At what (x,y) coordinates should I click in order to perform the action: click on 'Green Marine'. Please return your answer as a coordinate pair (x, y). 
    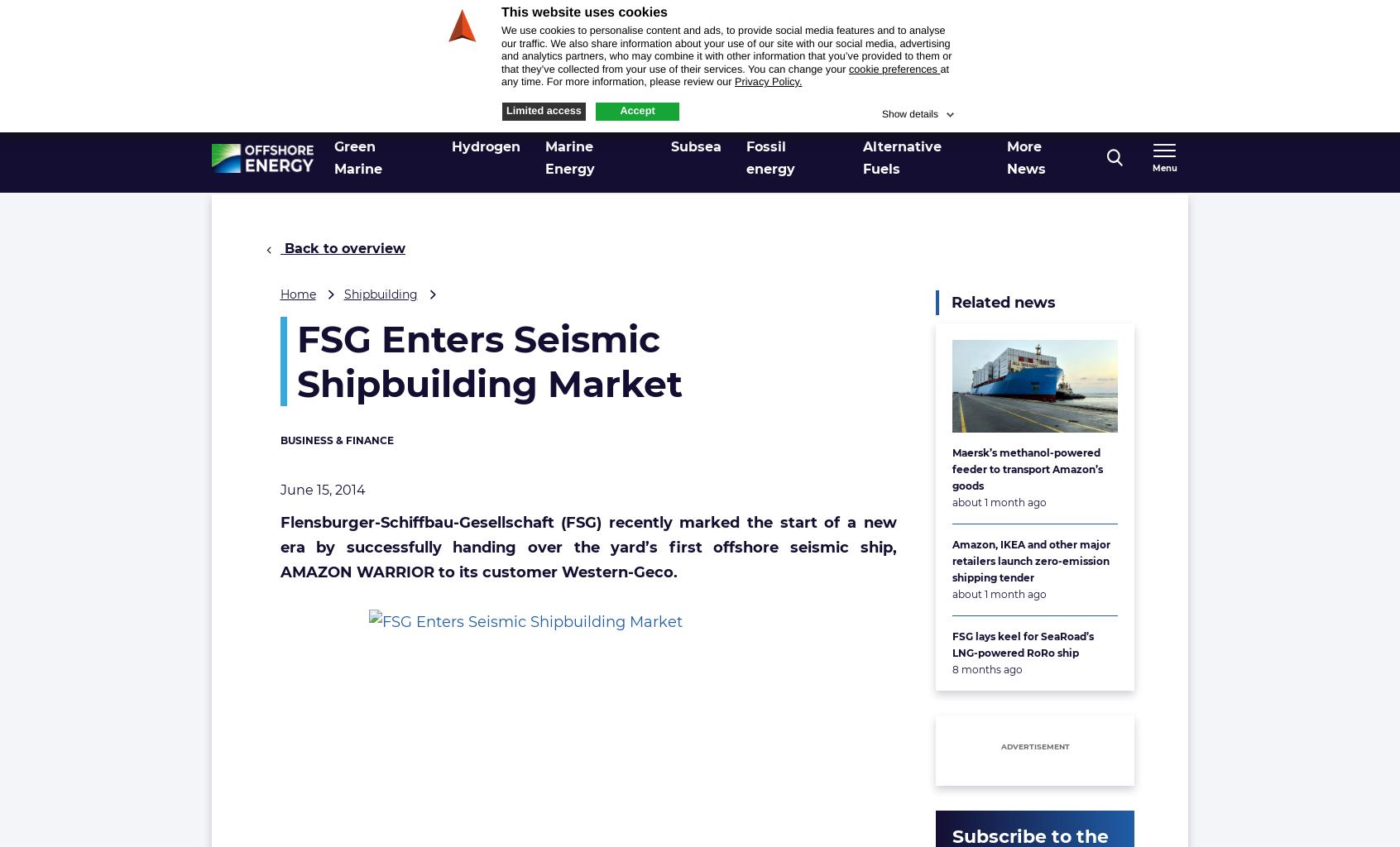
    Looking at the image, I should click on (356, 157).